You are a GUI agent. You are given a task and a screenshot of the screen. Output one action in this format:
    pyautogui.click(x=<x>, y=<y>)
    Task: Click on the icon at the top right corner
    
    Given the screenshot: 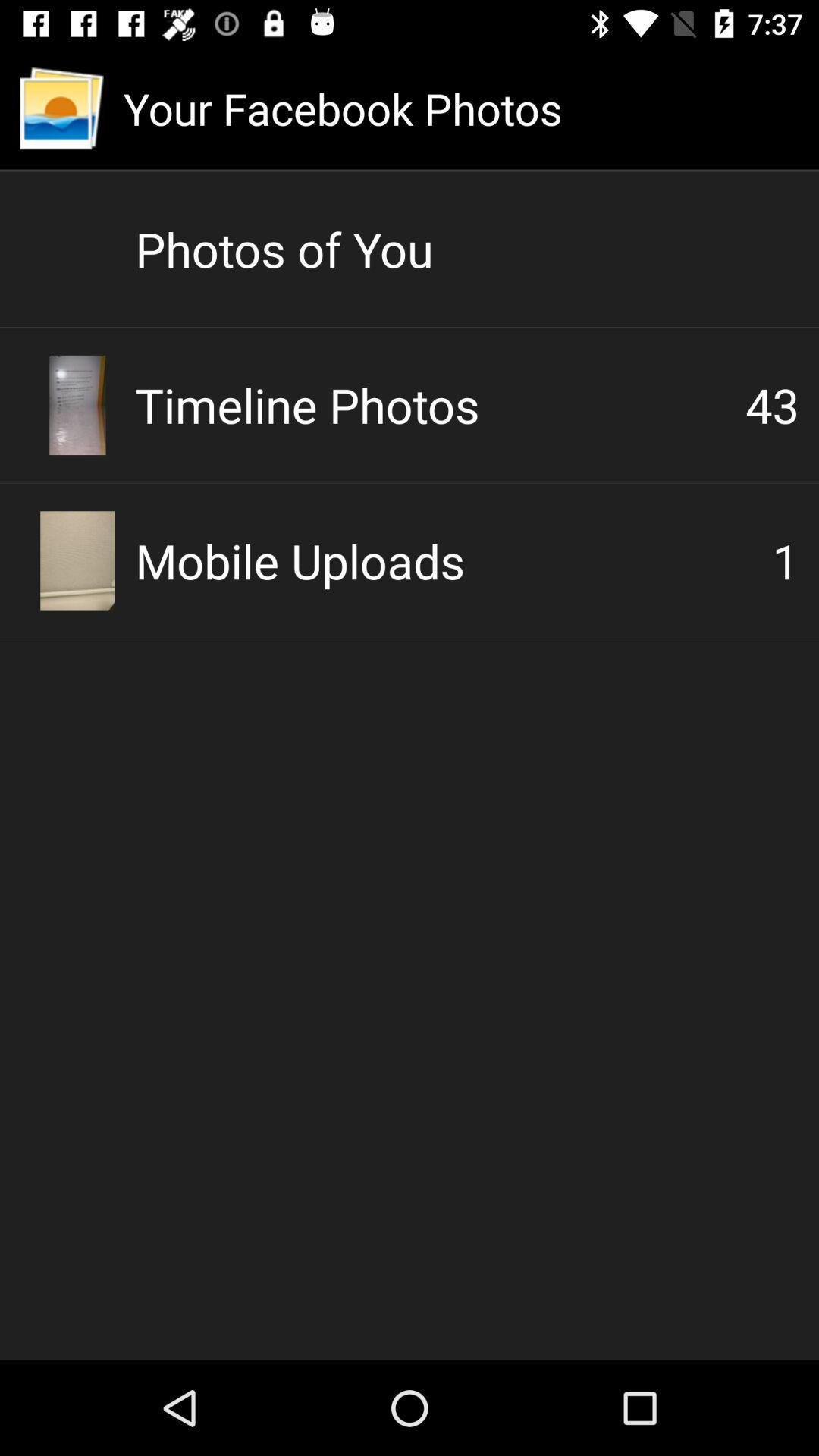 What is the action you would take?
    pyautogui.click(x=772, y=404)
    